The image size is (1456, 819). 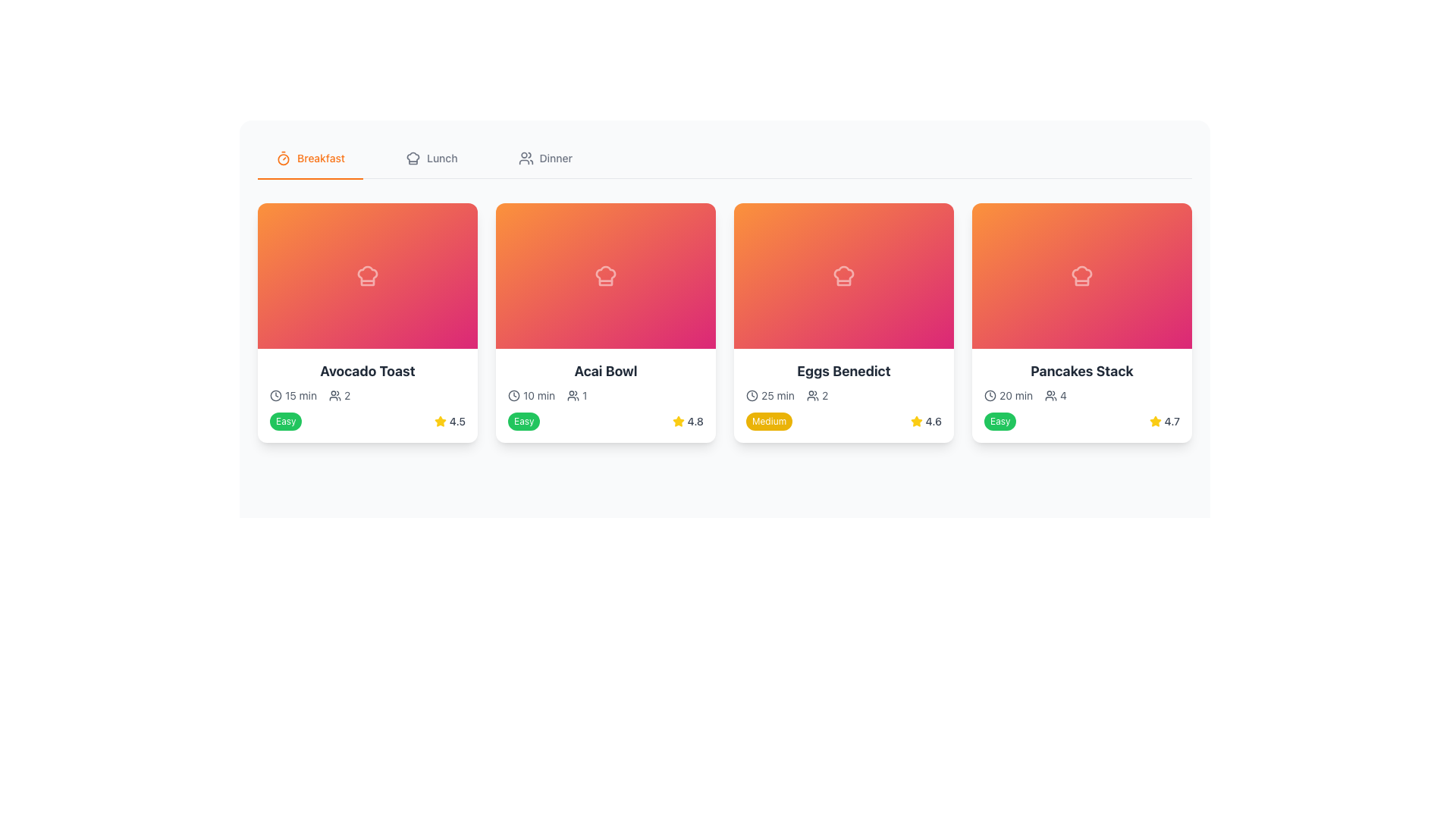 I want to click on text displayed in the bold, large font text label 'Eggs Benedict' located as the title within the third recipe card from the left, so click(x=843, y=371).